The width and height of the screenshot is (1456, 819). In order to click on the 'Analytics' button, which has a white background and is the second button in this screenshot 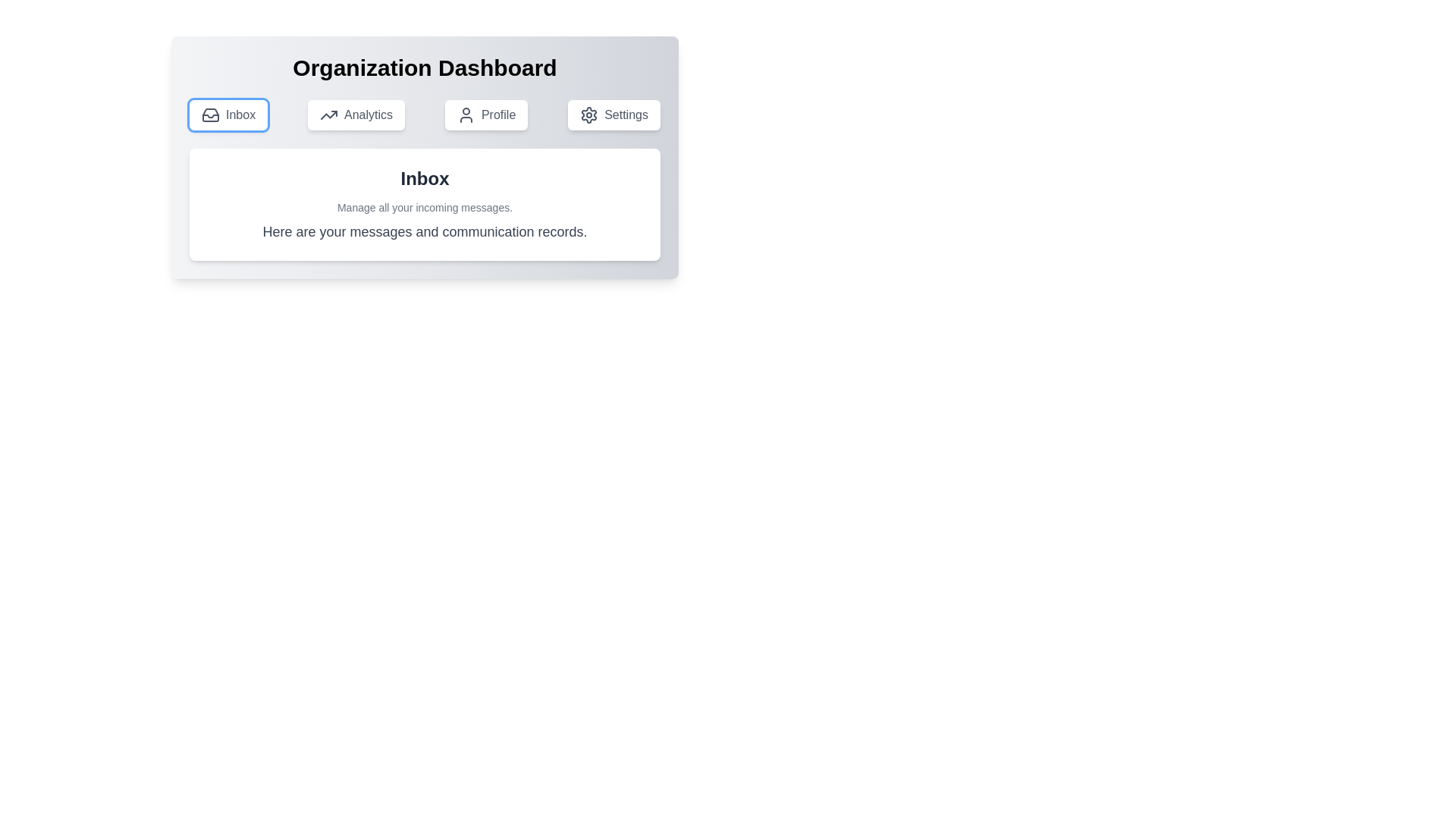, I will do `click(356, 114)`.